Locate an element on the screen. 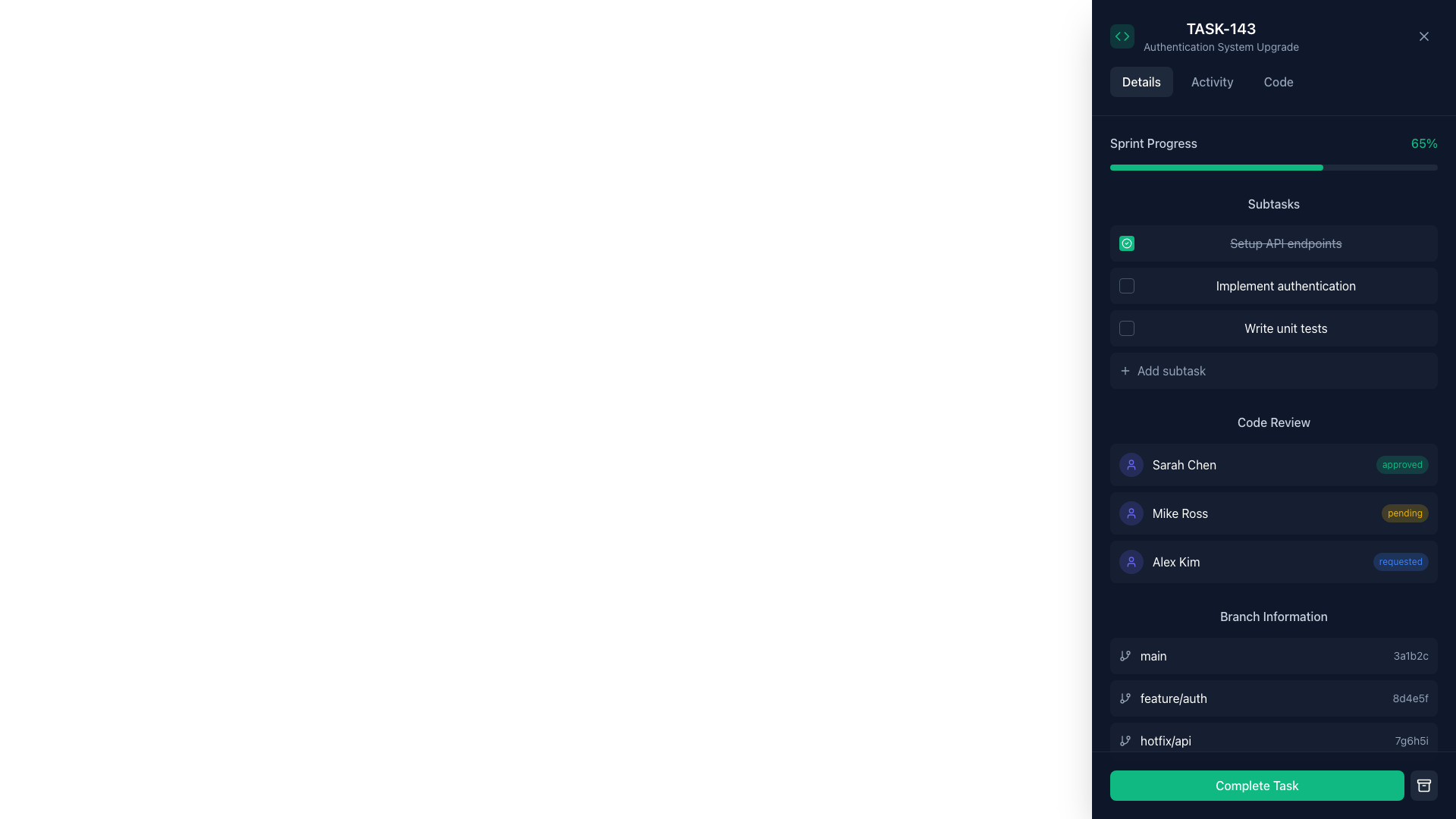  the 'main' branch icon located is located at coordinates (1125, 654).